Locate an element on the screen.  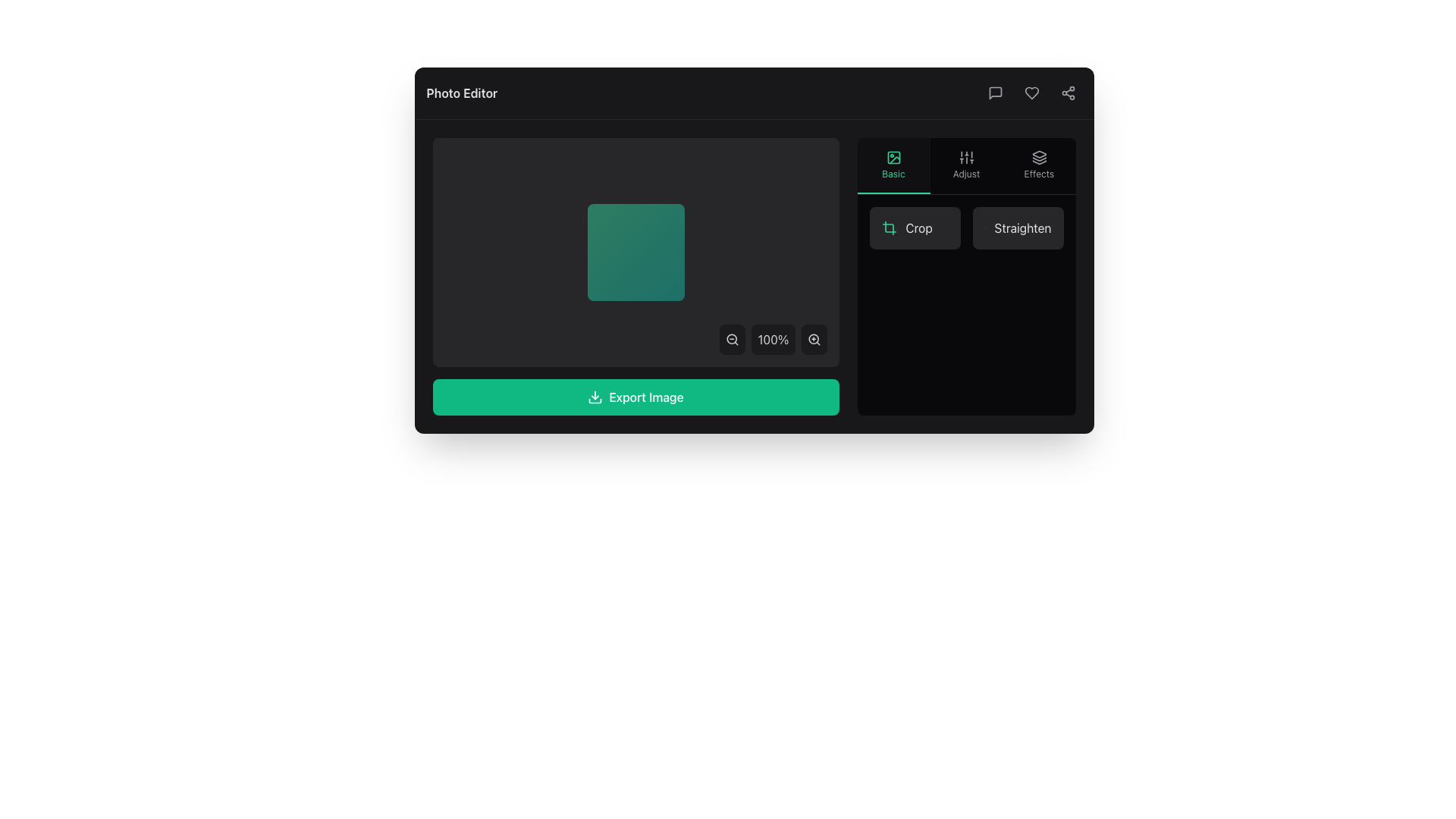
the third icon in the top-right corner of the application interface is located at coordinates (1067, 93).